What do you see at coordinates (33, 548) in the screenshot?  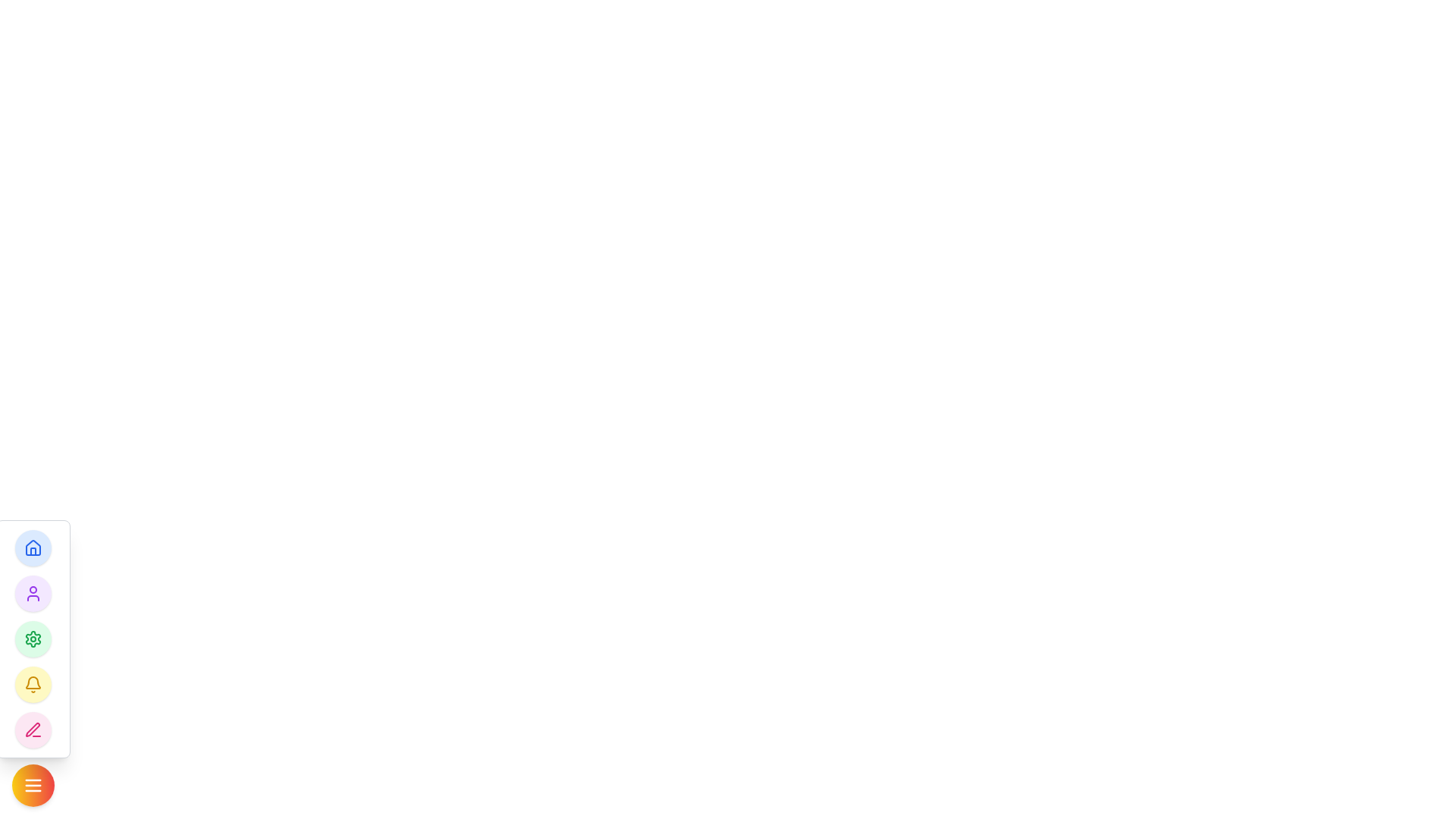 I see `the topmost circular button in the vertical menu on the left side of the interface` at bounding box center [33, 548].